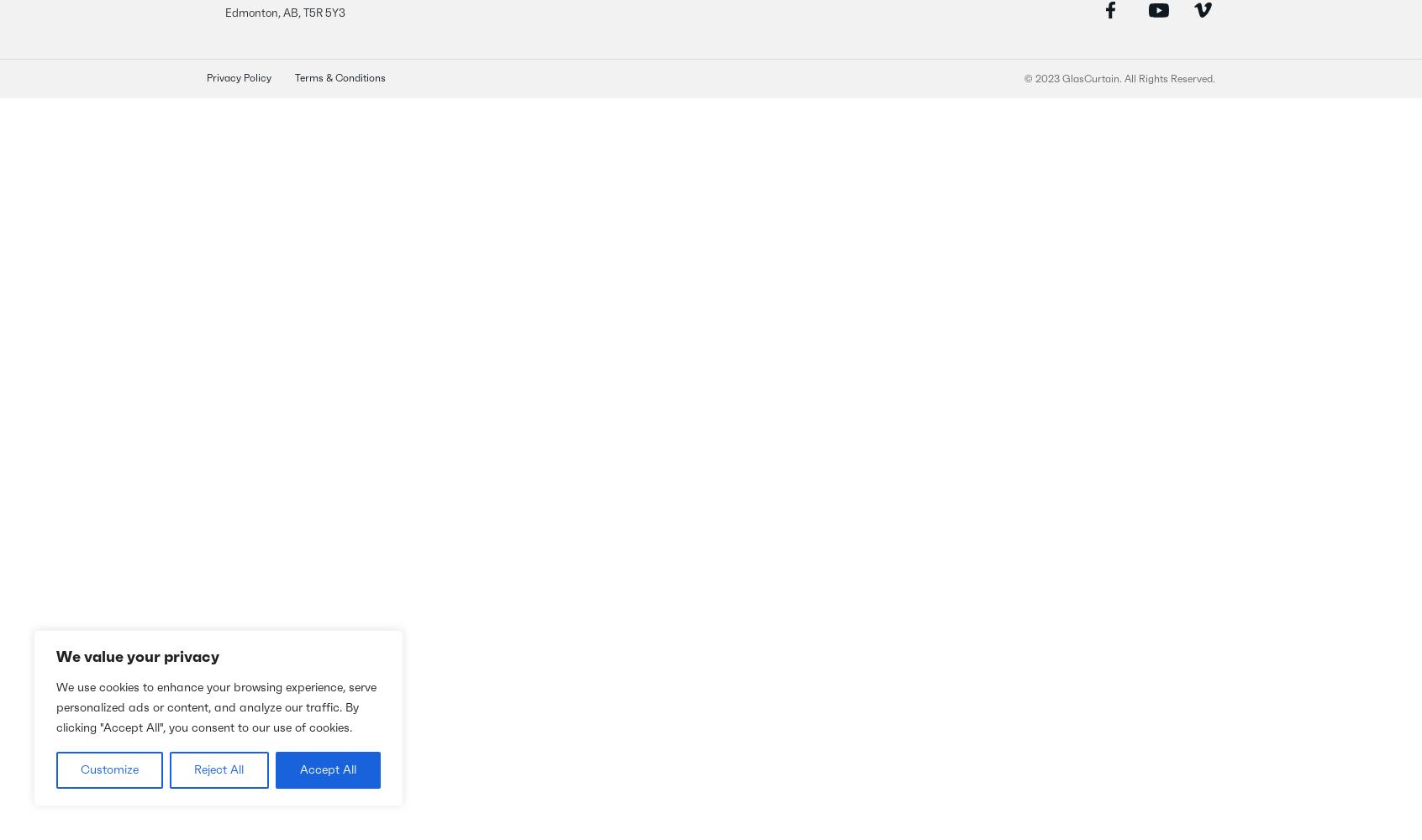  I want to click on 'We use cookies to enhance your browsing experience, serve personalized ads or content, and analyze our traffic. By clicking "Accept All", you consent to our use of cookies.', so click(216, 707).